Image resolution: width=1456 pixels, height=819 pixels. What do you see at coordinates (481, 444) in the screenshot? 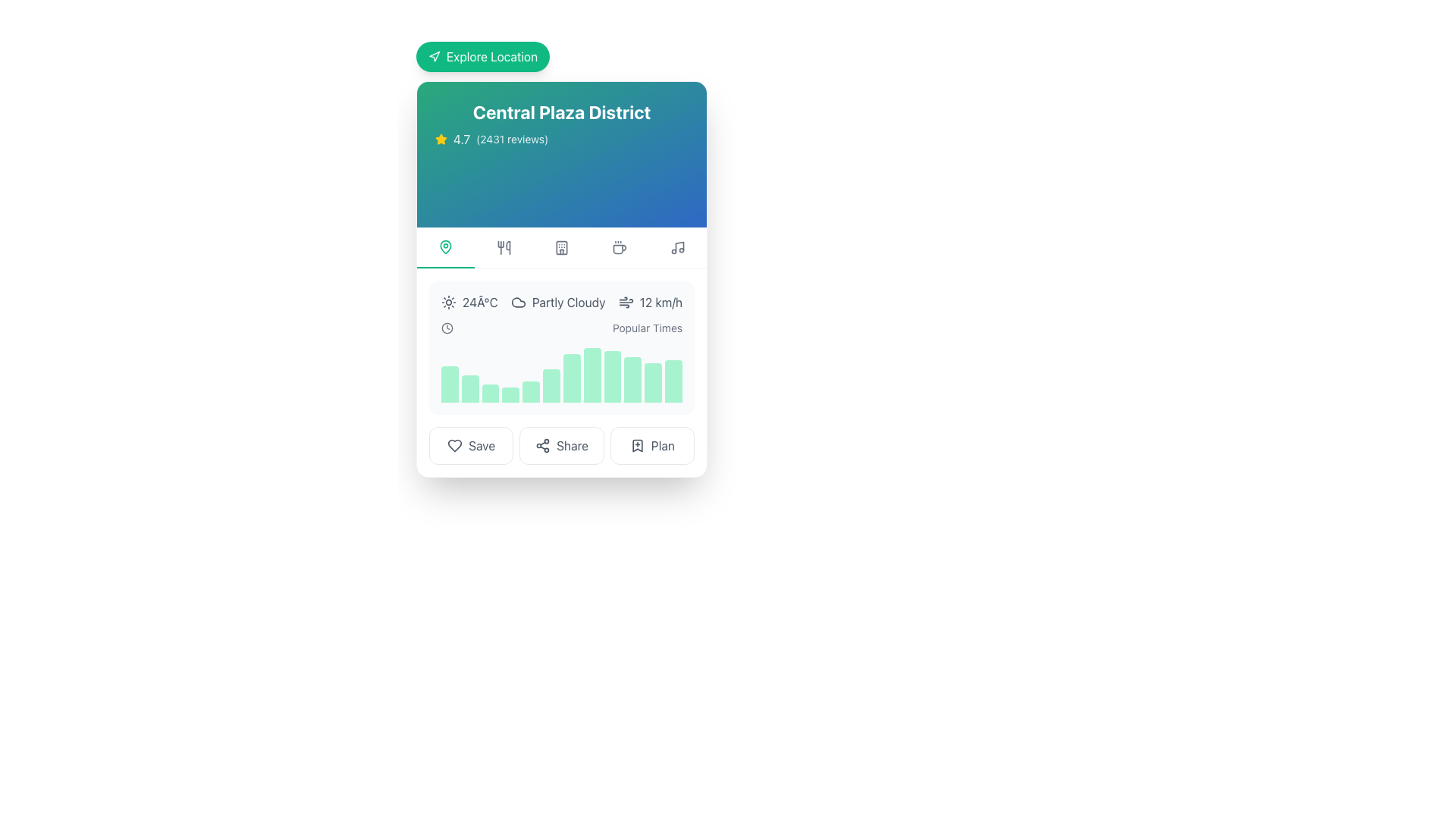
I see `the 'Save' text label, which is dark gray and located beside a heart icon and a 'Share' button, to initiate the save action` at bounding box center [481, 444].